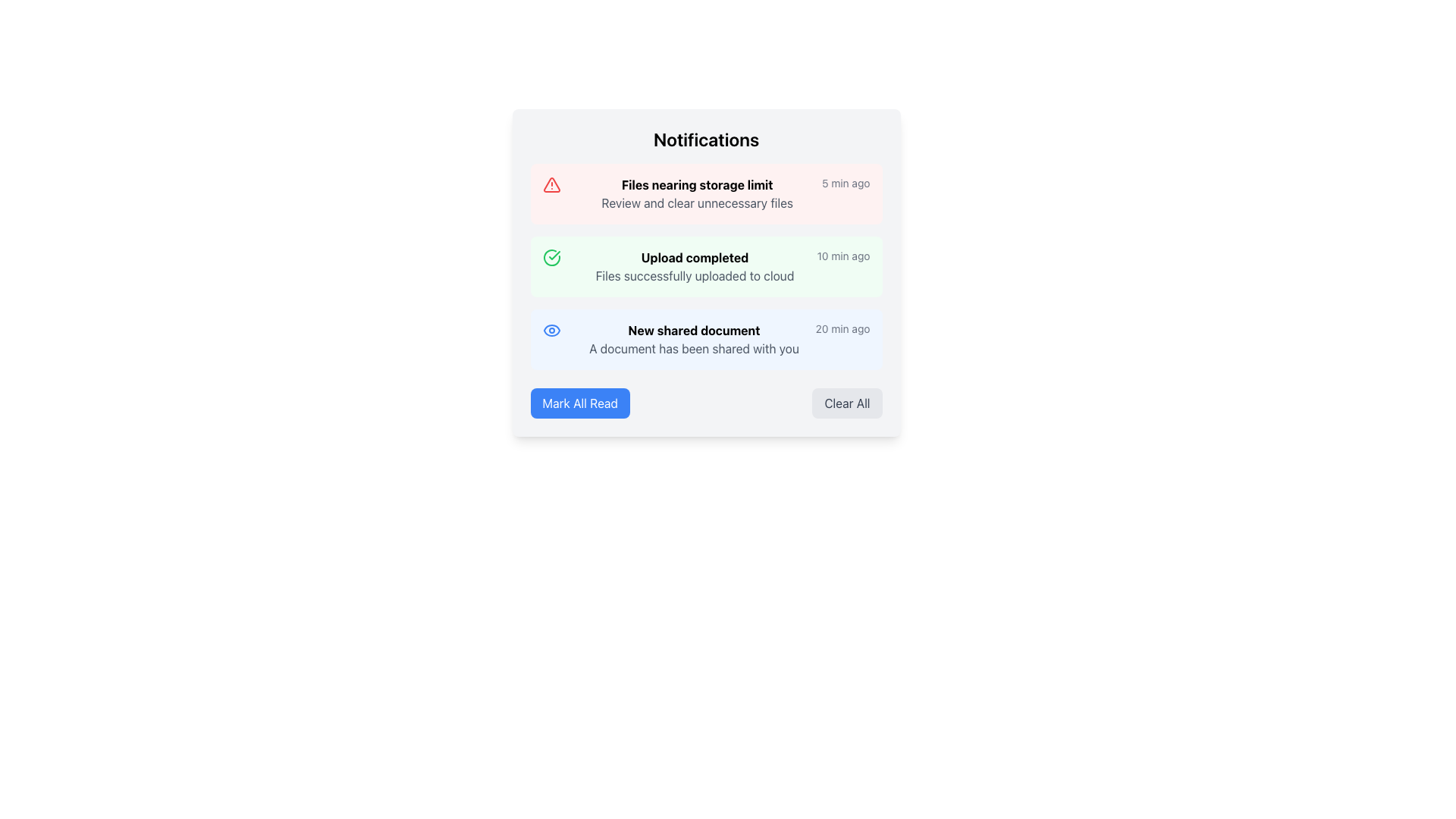 The width and height of the screenshot is (1456, 819). I want to click on the interactive parts of the Notification card with a light green background that reads 'Upload completed', located in the Notifications panel, so click(705, 265).